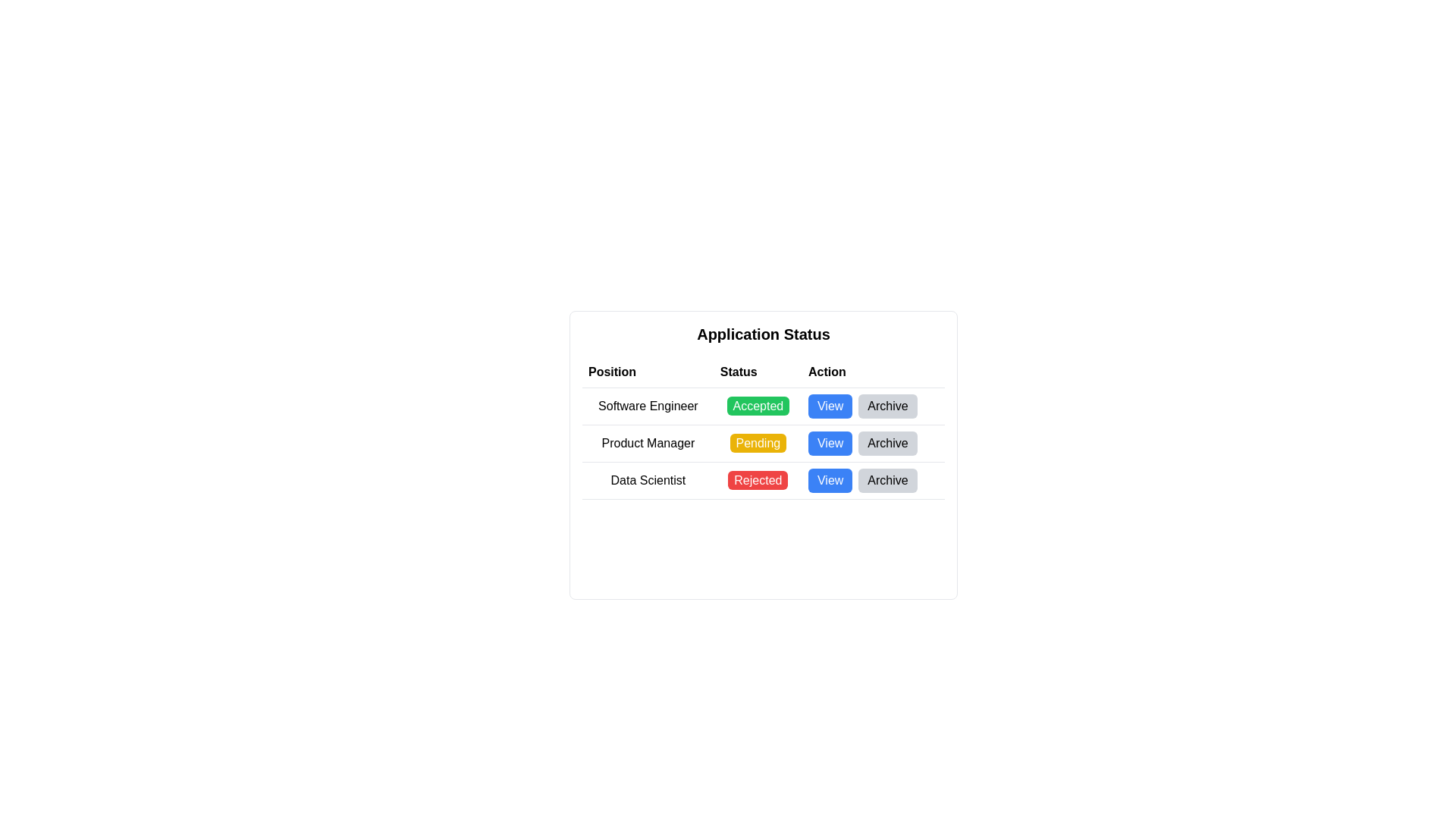 Image resolution: width=1456 pixels, height=819 pixels. I want to click on status text of the 'Rejected' indicator in the 'Status' column for the 'Data Scientist' position, so click(758, 480).